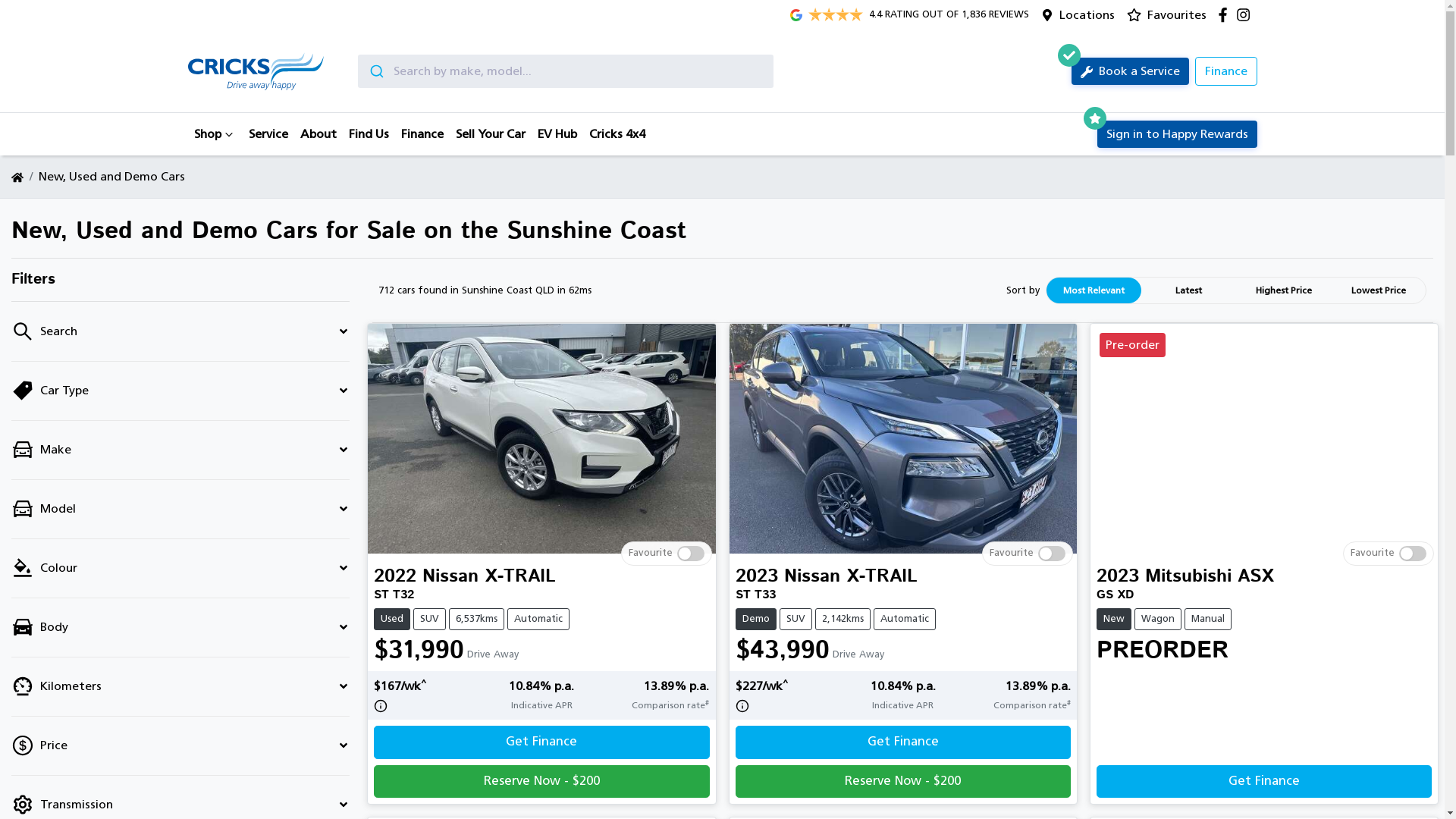  I want to click on 'Kilometers', so click(180, 686).